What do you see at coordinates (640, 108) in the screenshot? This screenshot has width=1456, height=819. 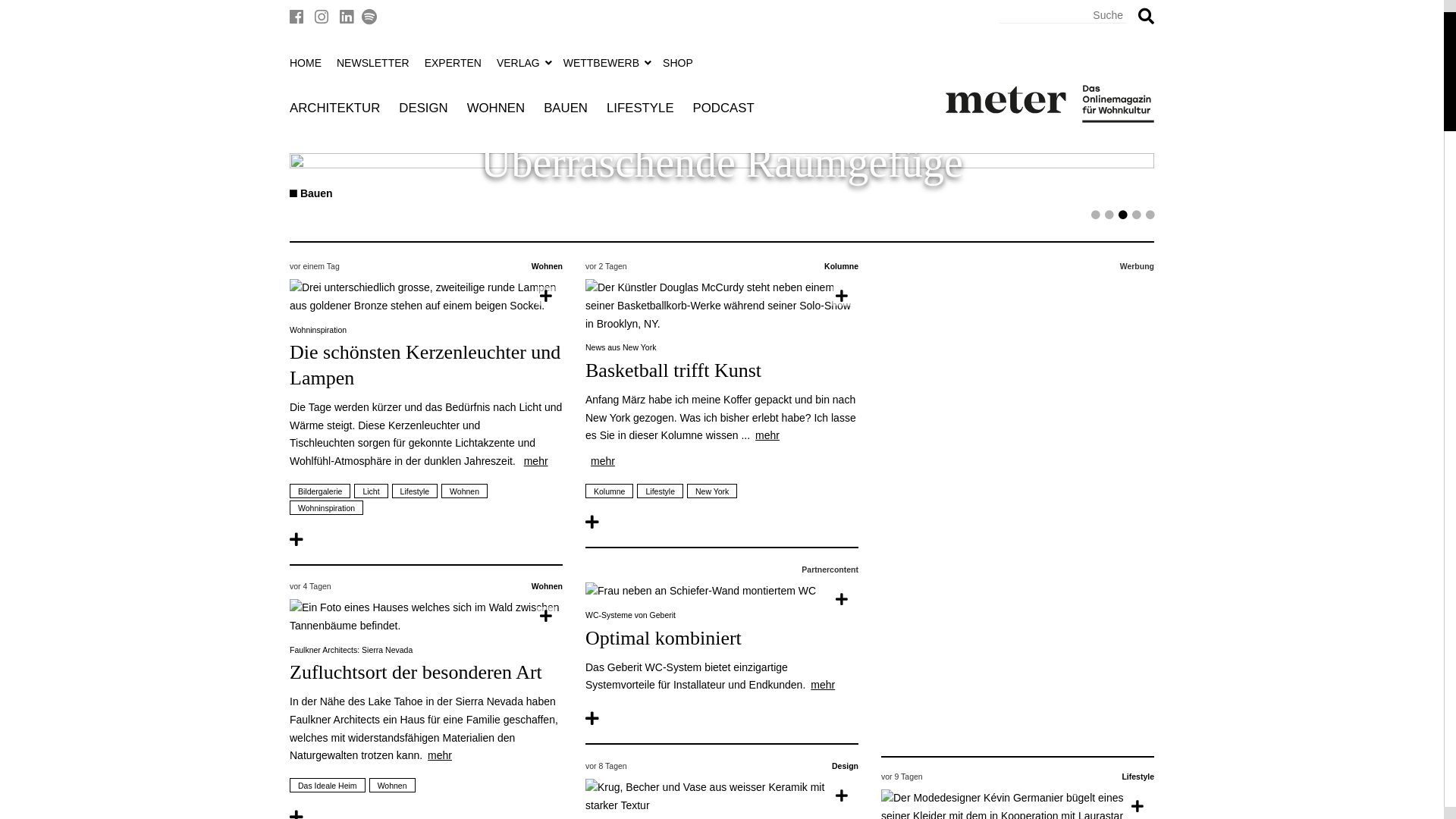 I see `'LIFESTYLE'` at bounding box center [640, 108].